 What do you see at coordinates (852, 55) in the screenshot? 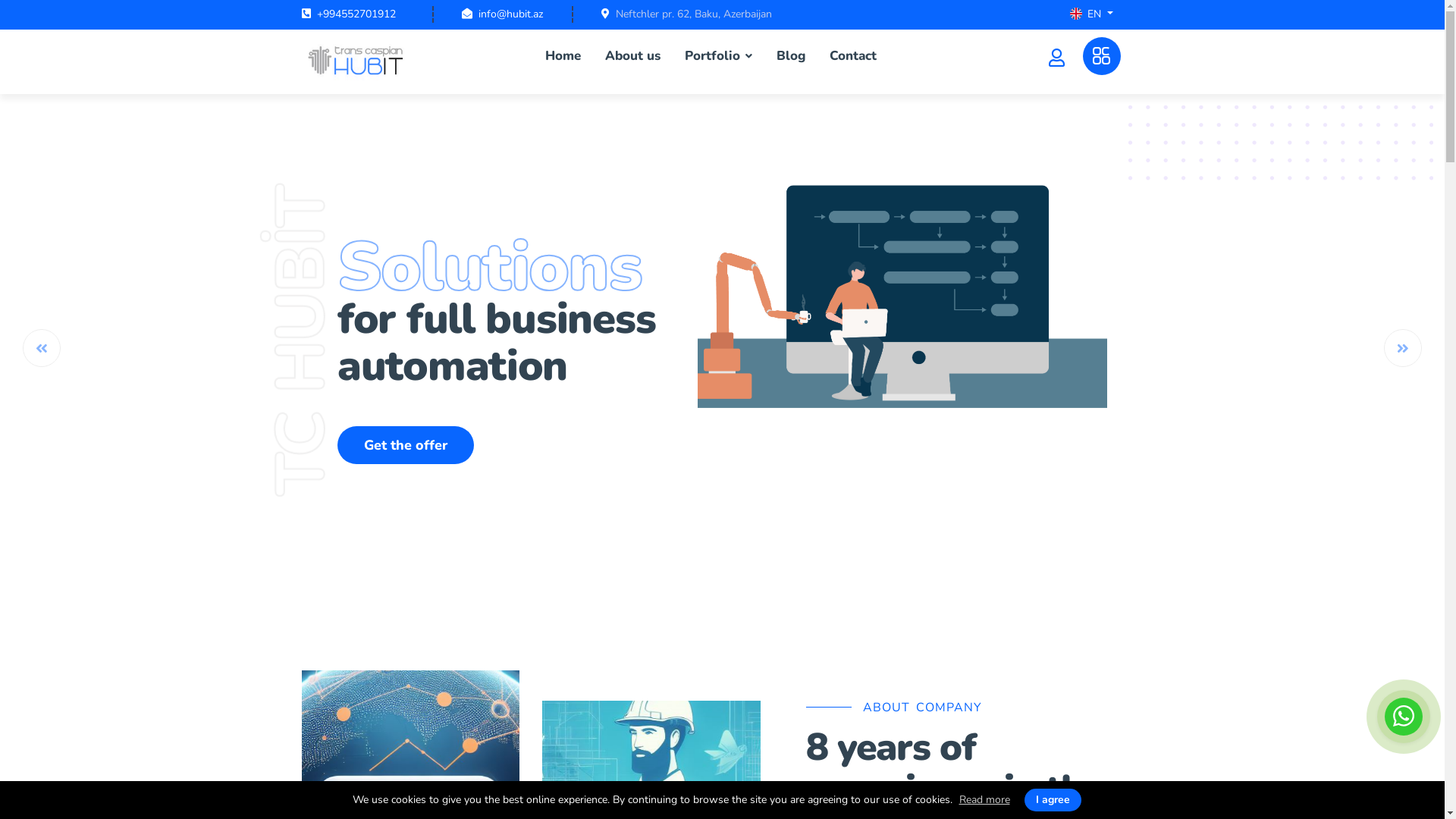
I see `'Contact'` at bounding box center [852, 55].